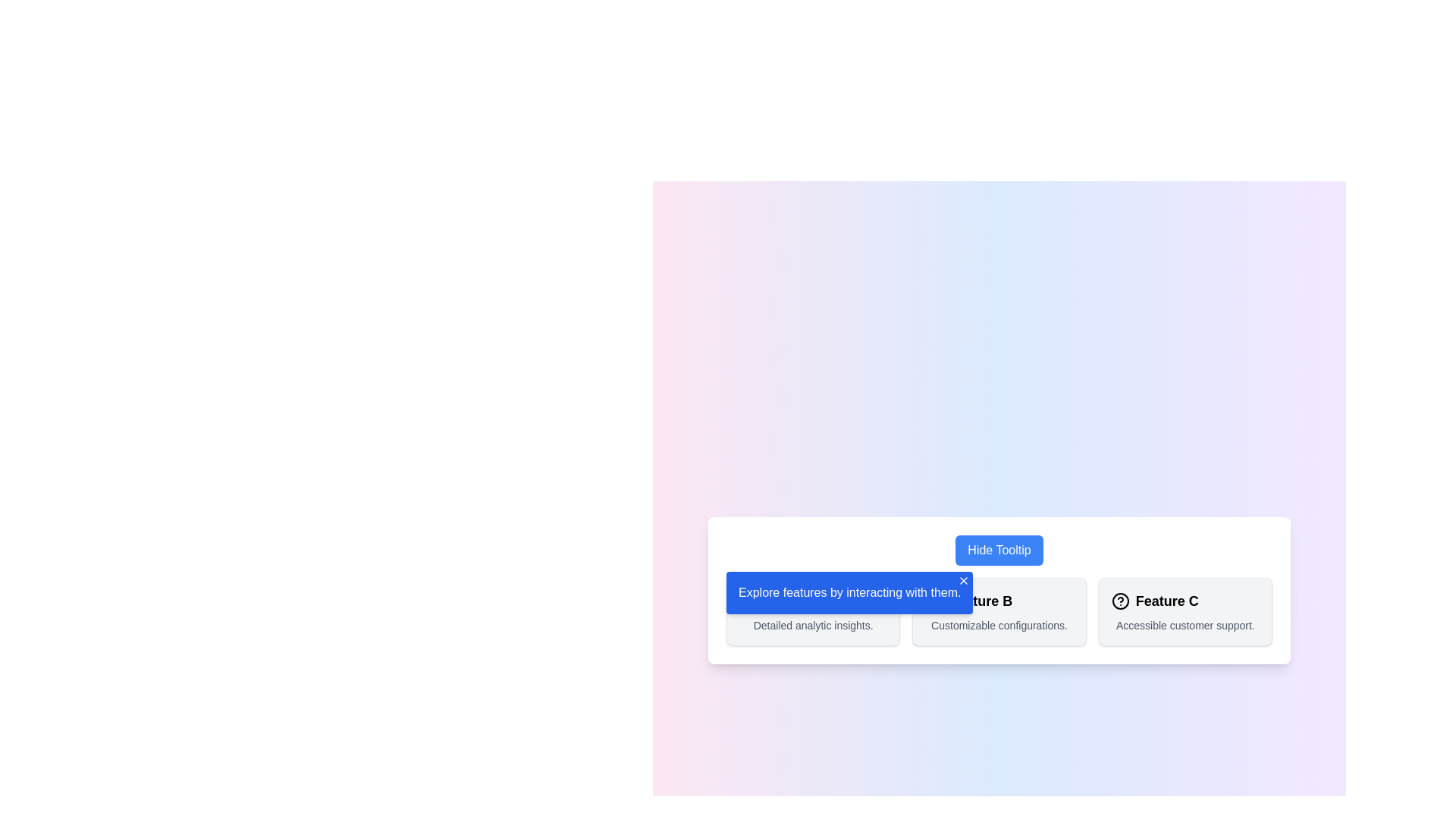 The width and height of the screenshot is (1456, 819). I want to click on the text label providing additional information about 'Feature C', located at the bottom of the 'Feature C' box, adjacent to the descriptive icon, so click(1185, 626).